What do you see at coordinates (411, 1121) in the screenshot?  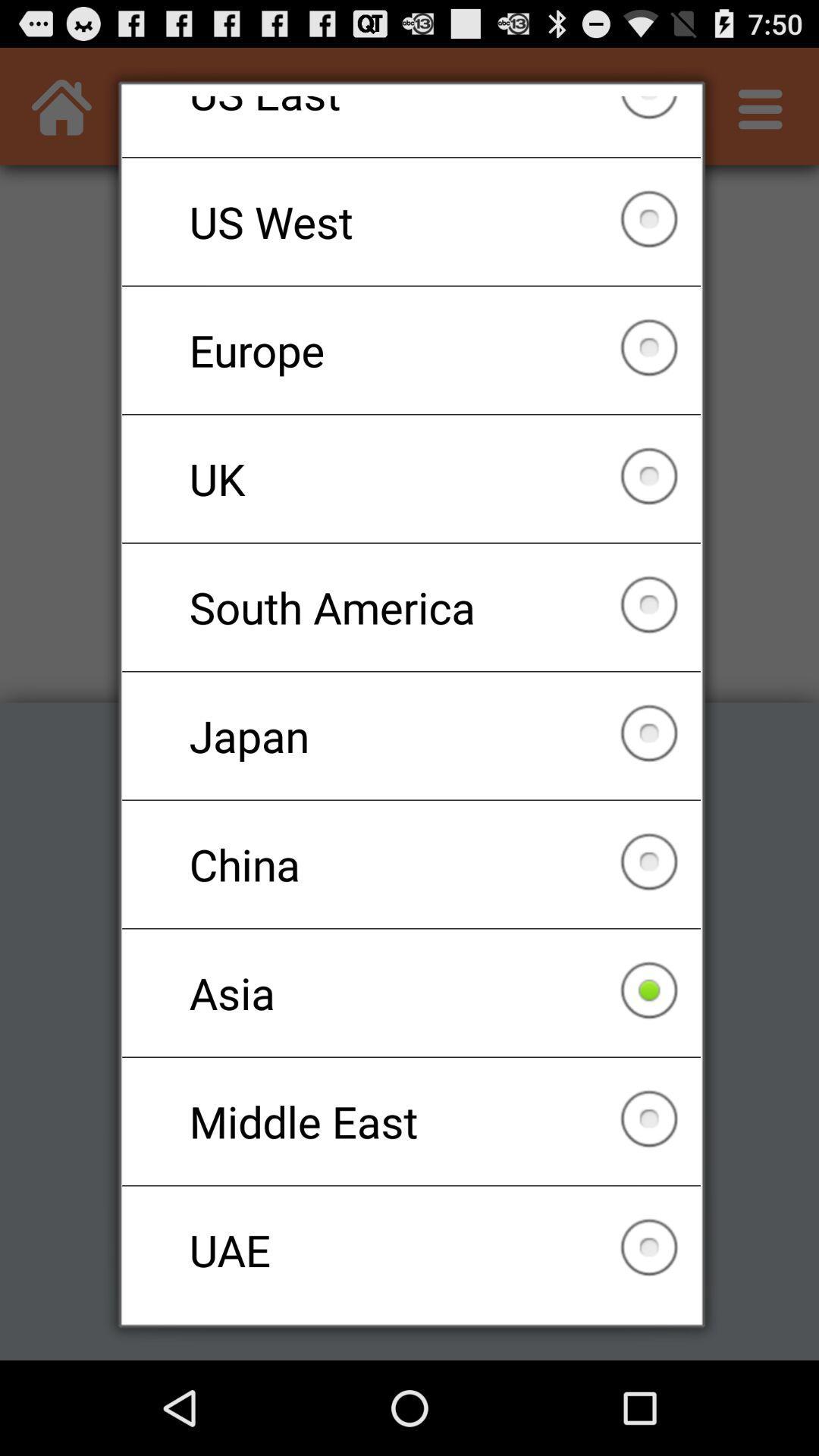 I see `the item below the     asia item` at bounding box center [411, 1121].